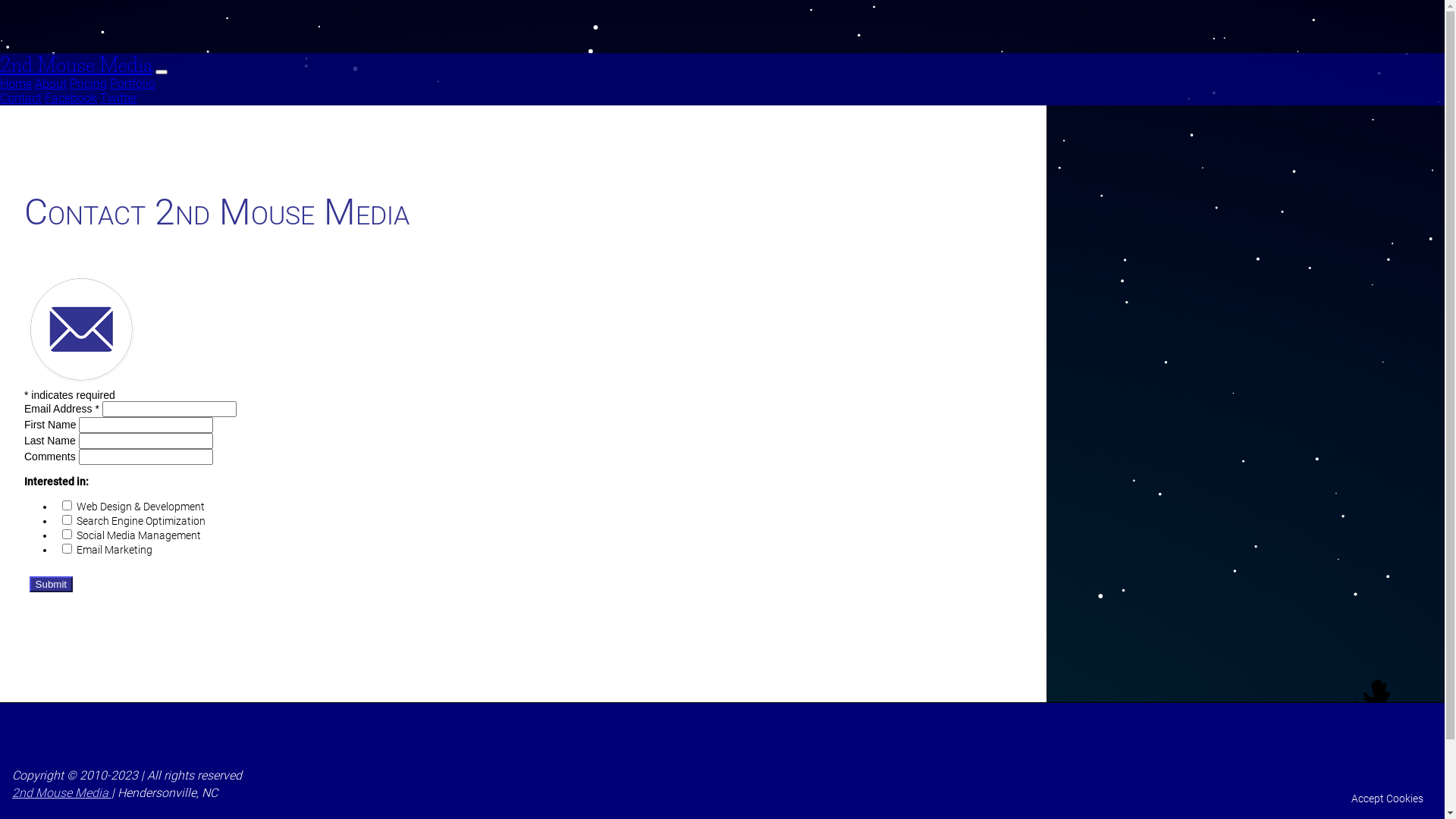  What do you see at coordinates (51, 583) in the screenshot?
I see `'Submit'` at bounding box center [51, 583].